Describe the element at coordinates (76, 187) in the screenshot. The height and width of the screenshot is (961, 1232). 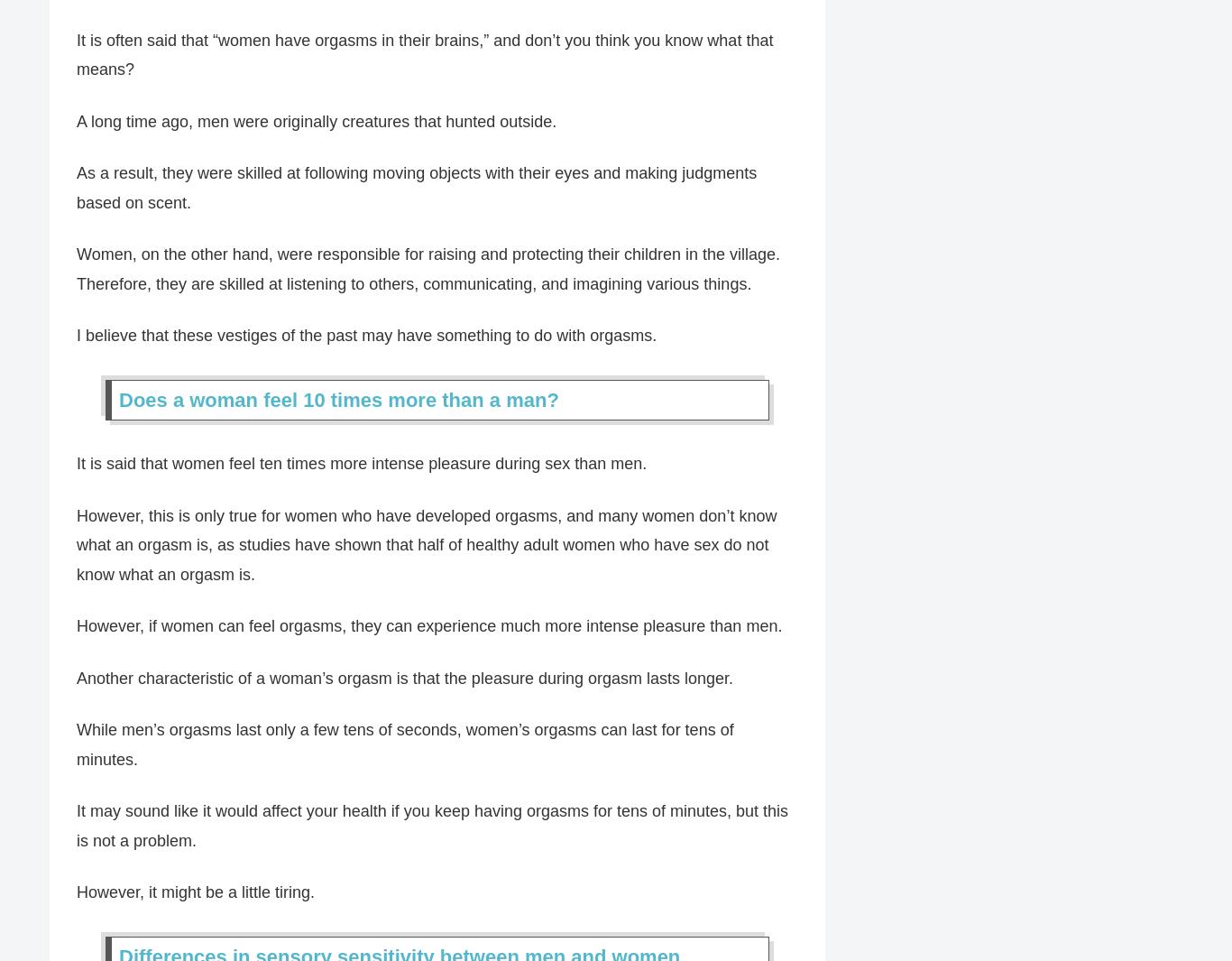
I see `'As a result, they were skilled at following moving objects with their eyes and making judgments based on scent.'` at that location.